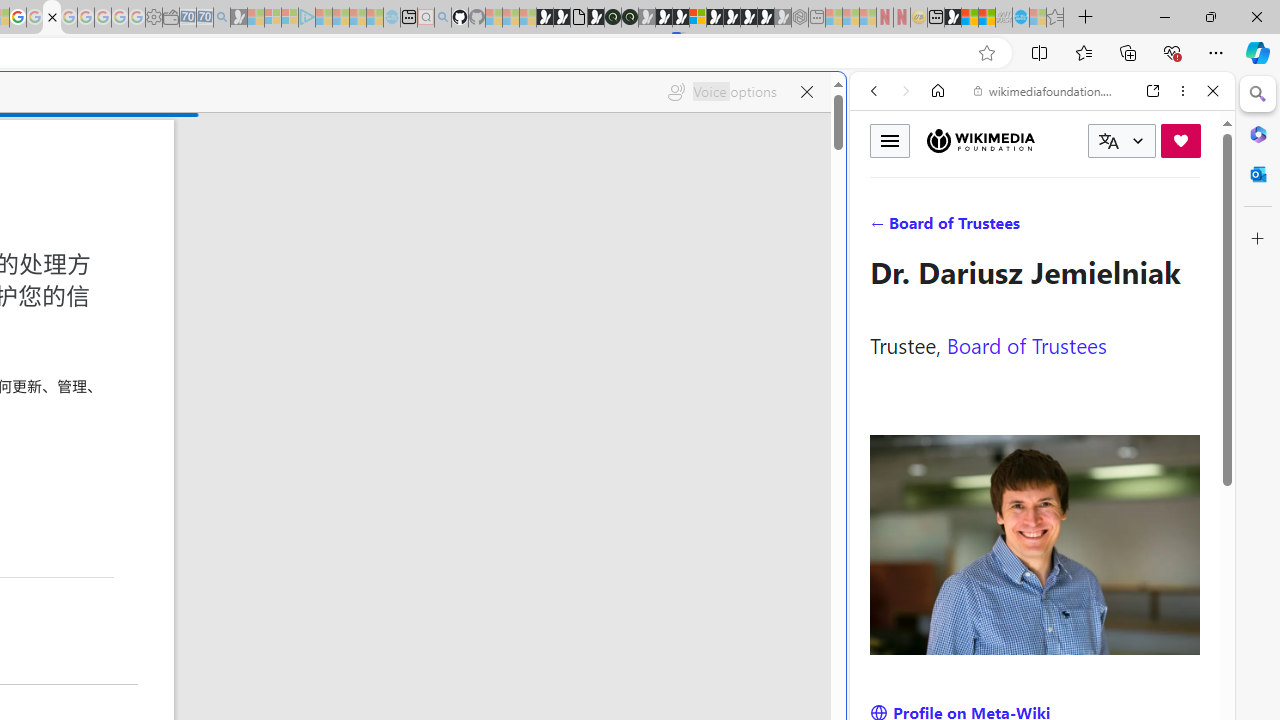 The image size is (1280, 720). Describe the element at coordinates (1180, 139) in the screenshot. I see `'Donate now'` at that location.